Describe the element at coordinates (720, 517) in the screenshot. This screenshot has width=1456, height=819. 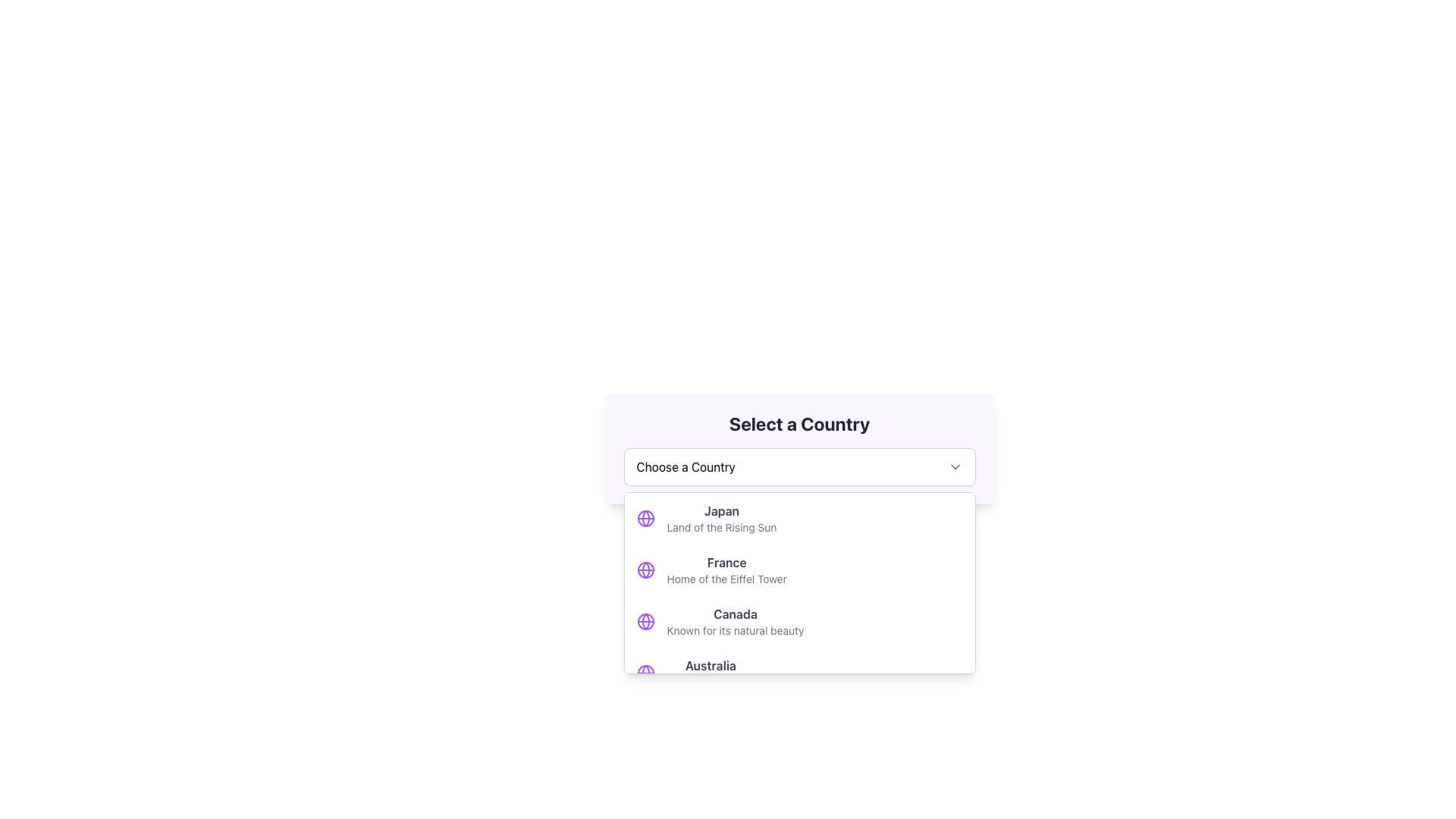
I see `the dropdown menu item labeled 'Japan' with the subtitle 'Land of the Rising Sun'` at that location.